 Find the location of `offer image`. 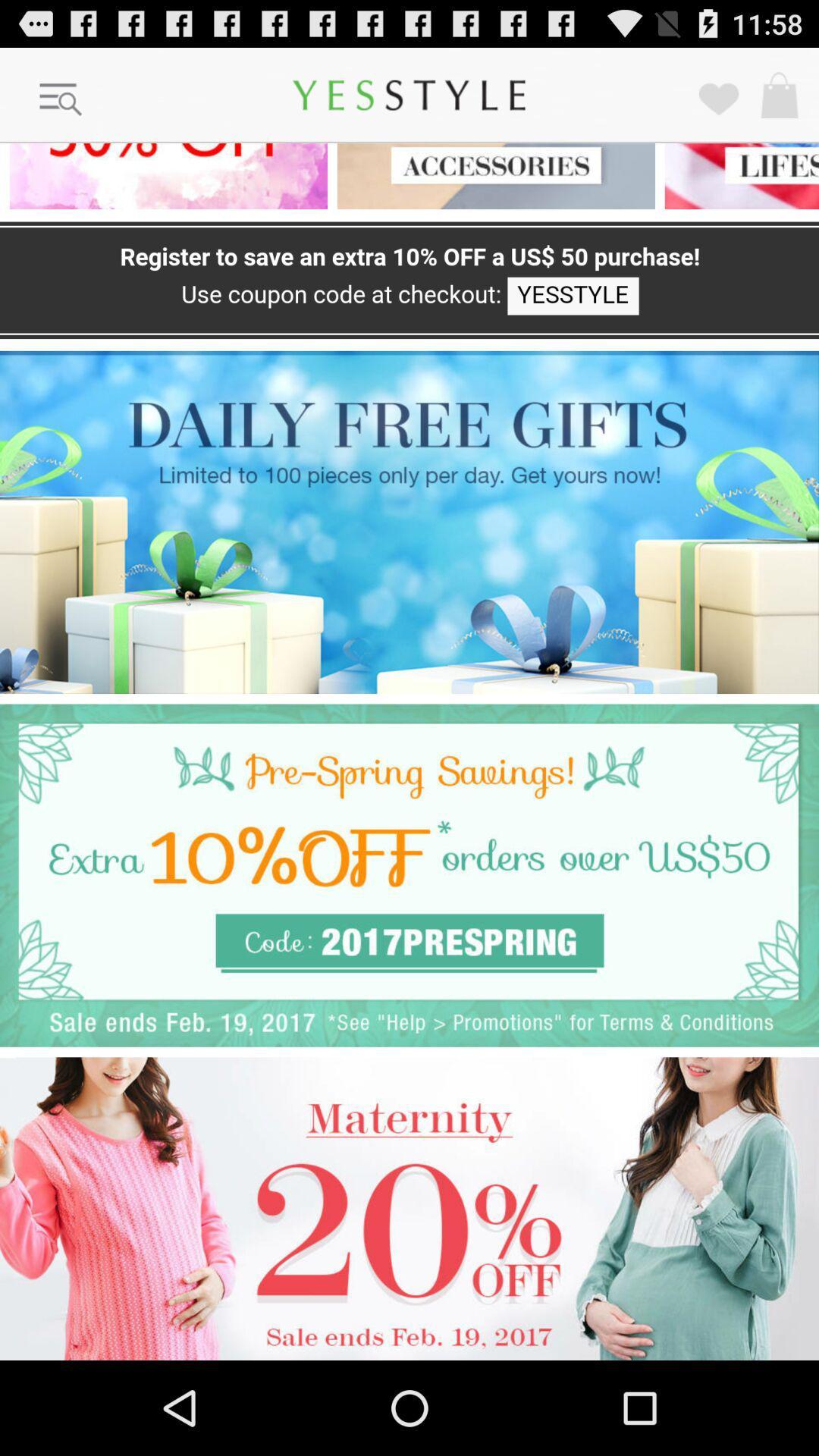

offer image is located at coordinates (164, 176).